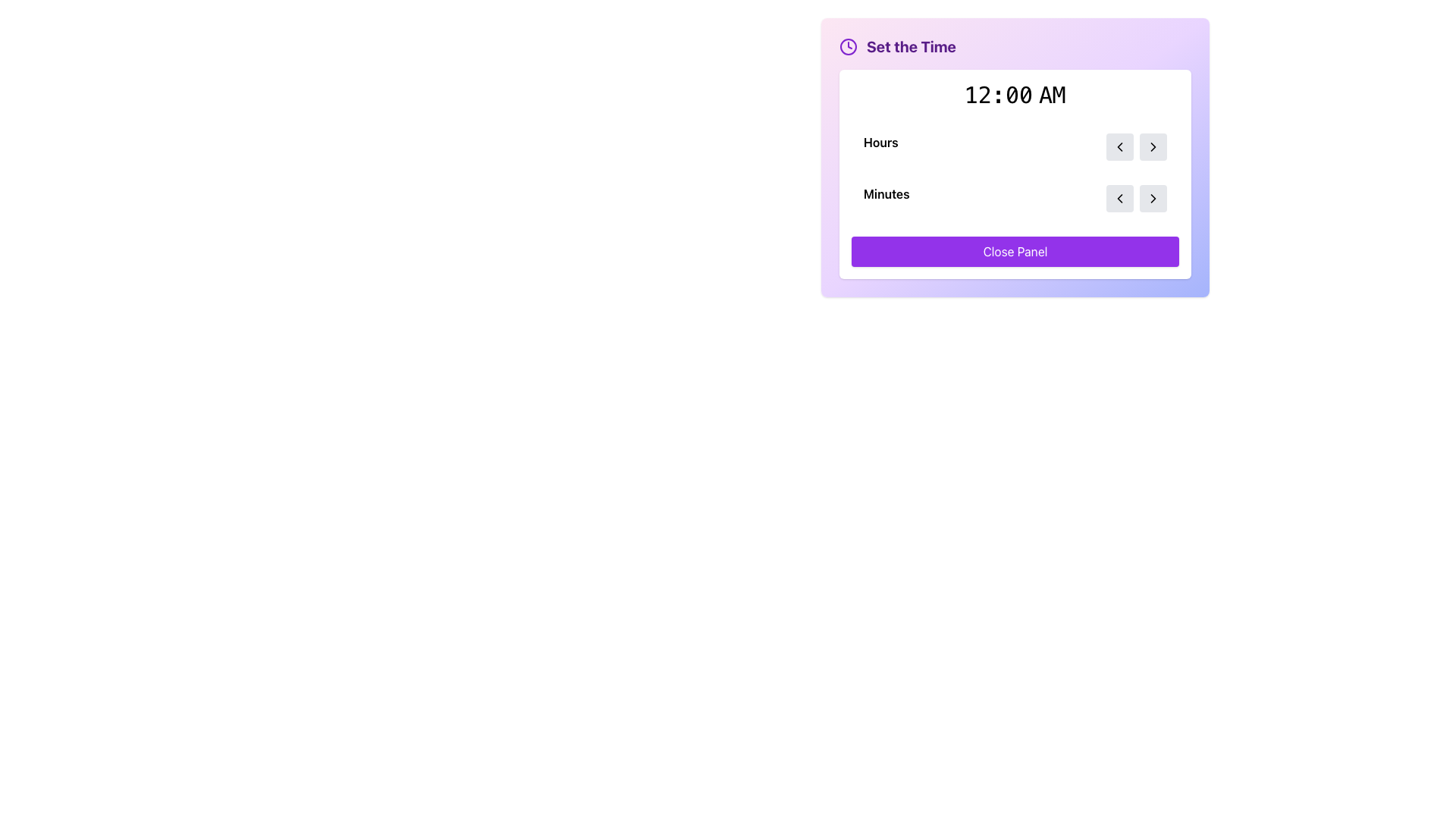 The image size is (1456, 819). I want to click on the leftward chevron button in the 'Minutes' section of the time-adjustment panel to decrease the minute value, so click(1120, 198).